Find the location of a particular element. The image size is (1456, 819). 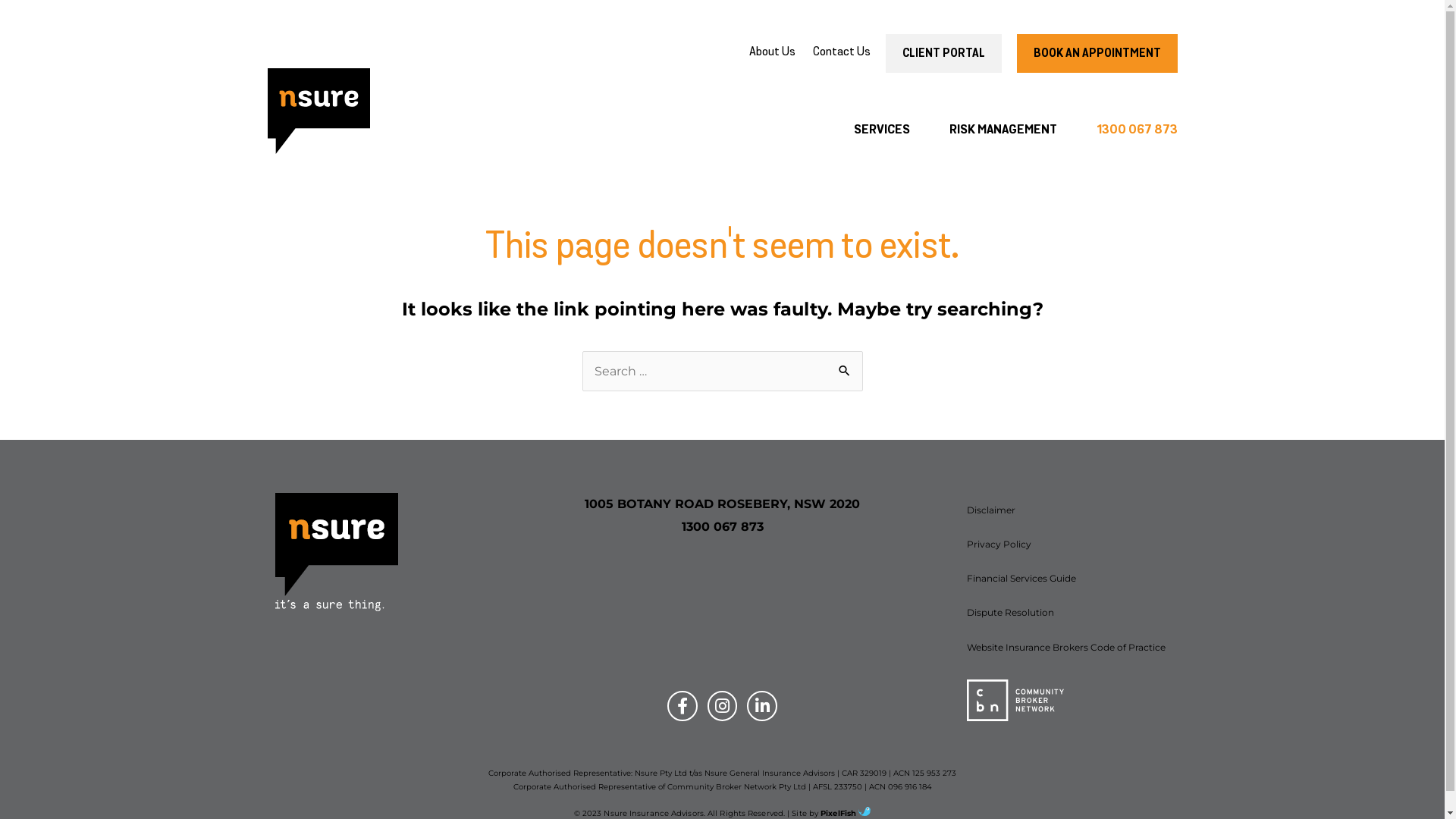

'RISK MANAGEMENT' is located at coordinates (1003, 130).